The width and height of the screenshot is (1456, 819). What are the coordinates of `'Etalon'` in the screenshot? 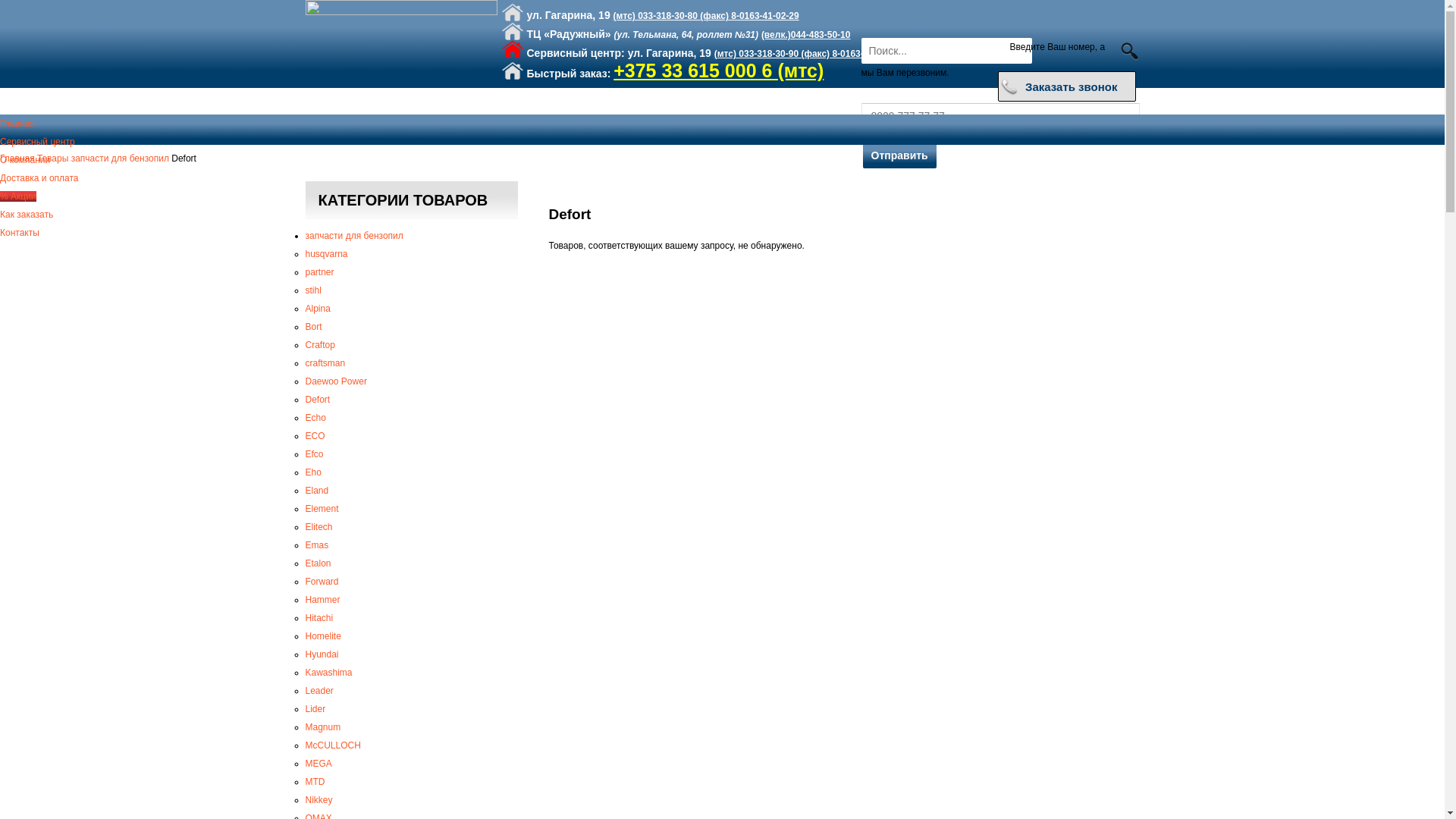 It's located at (316, 563).